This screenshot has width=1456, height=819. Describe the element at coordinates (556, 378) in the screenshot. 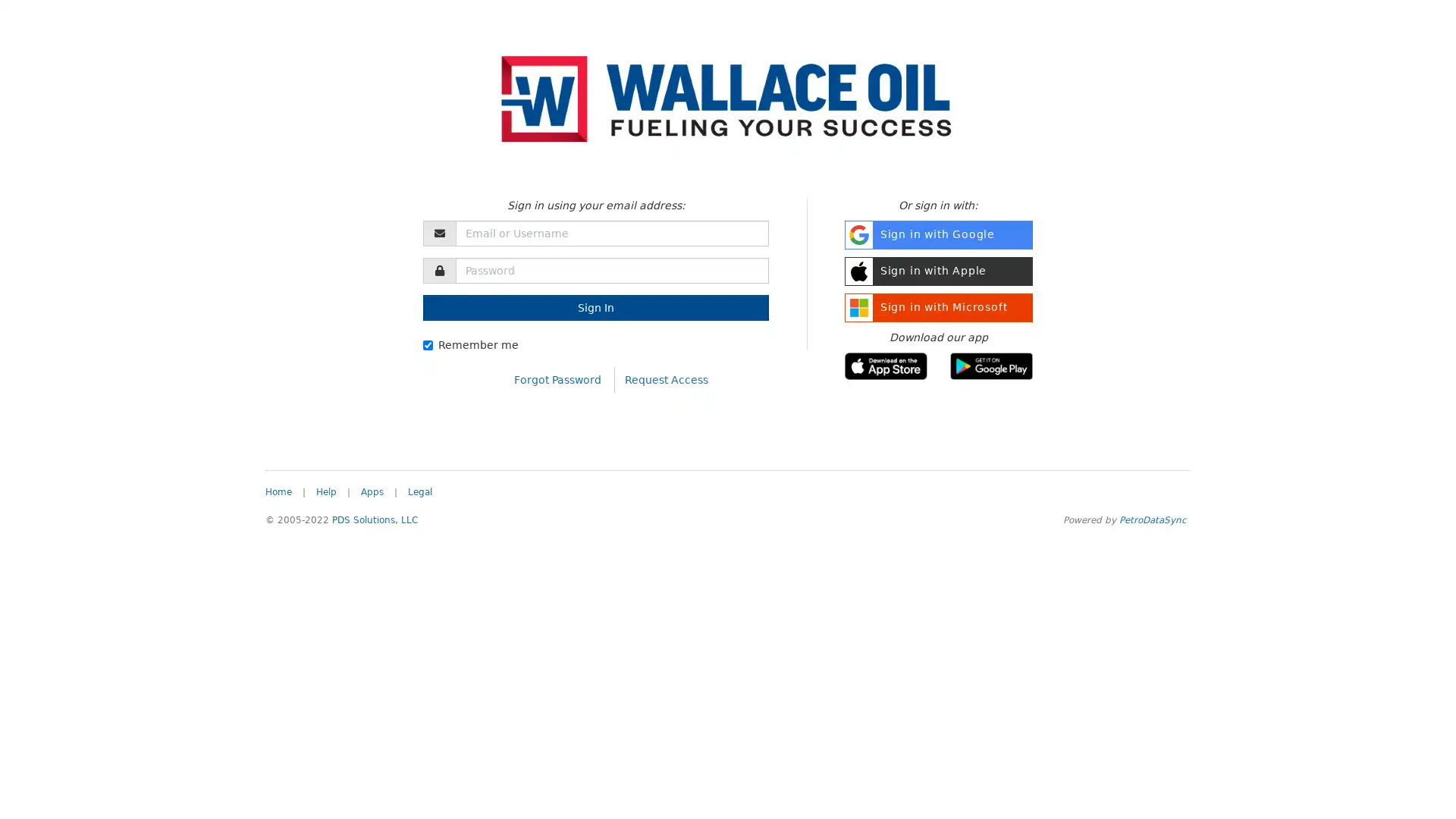

I see `Forgot Password` at that location.